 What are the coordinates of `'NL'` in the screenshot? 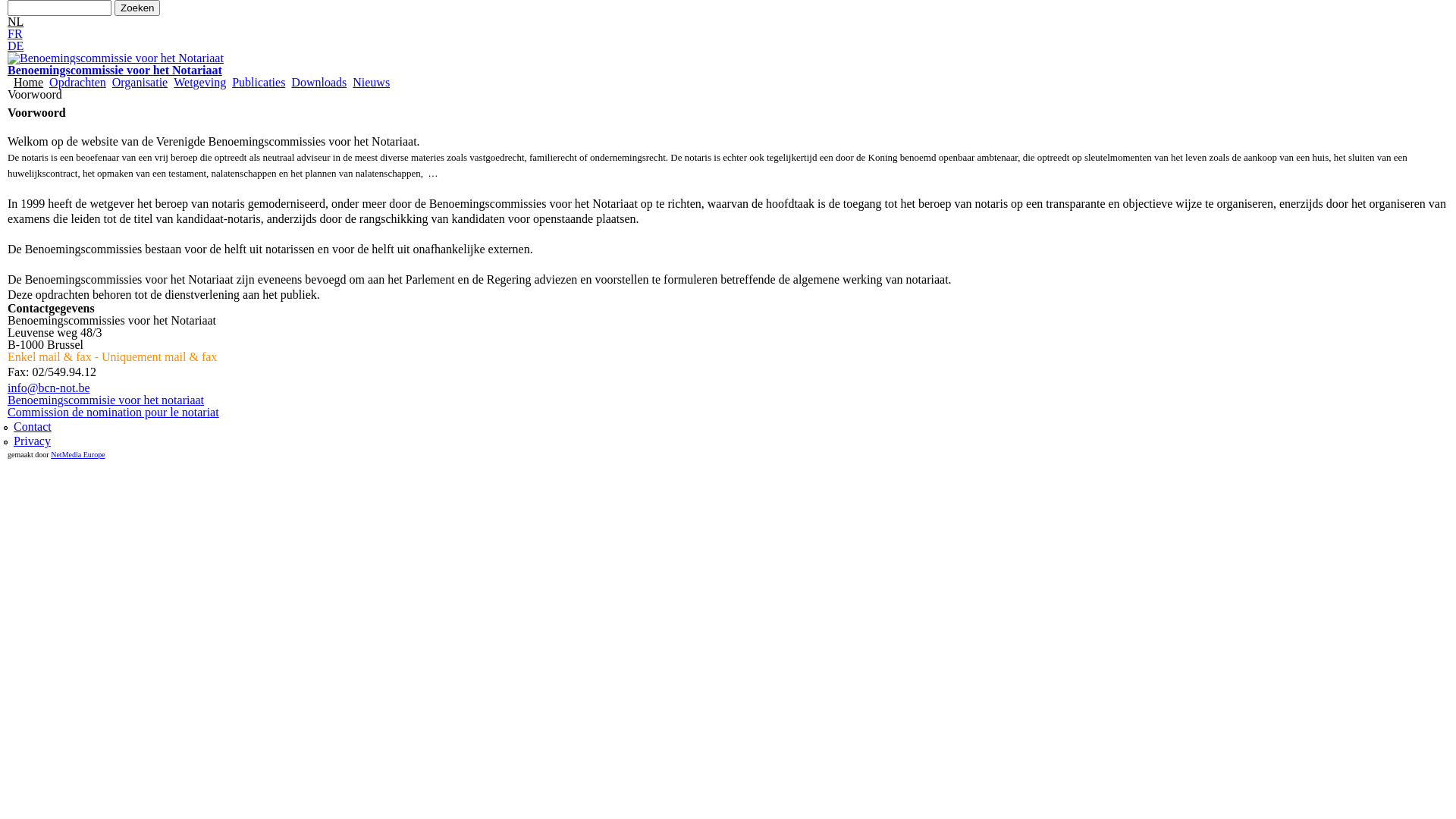 It's located at (15, 21).